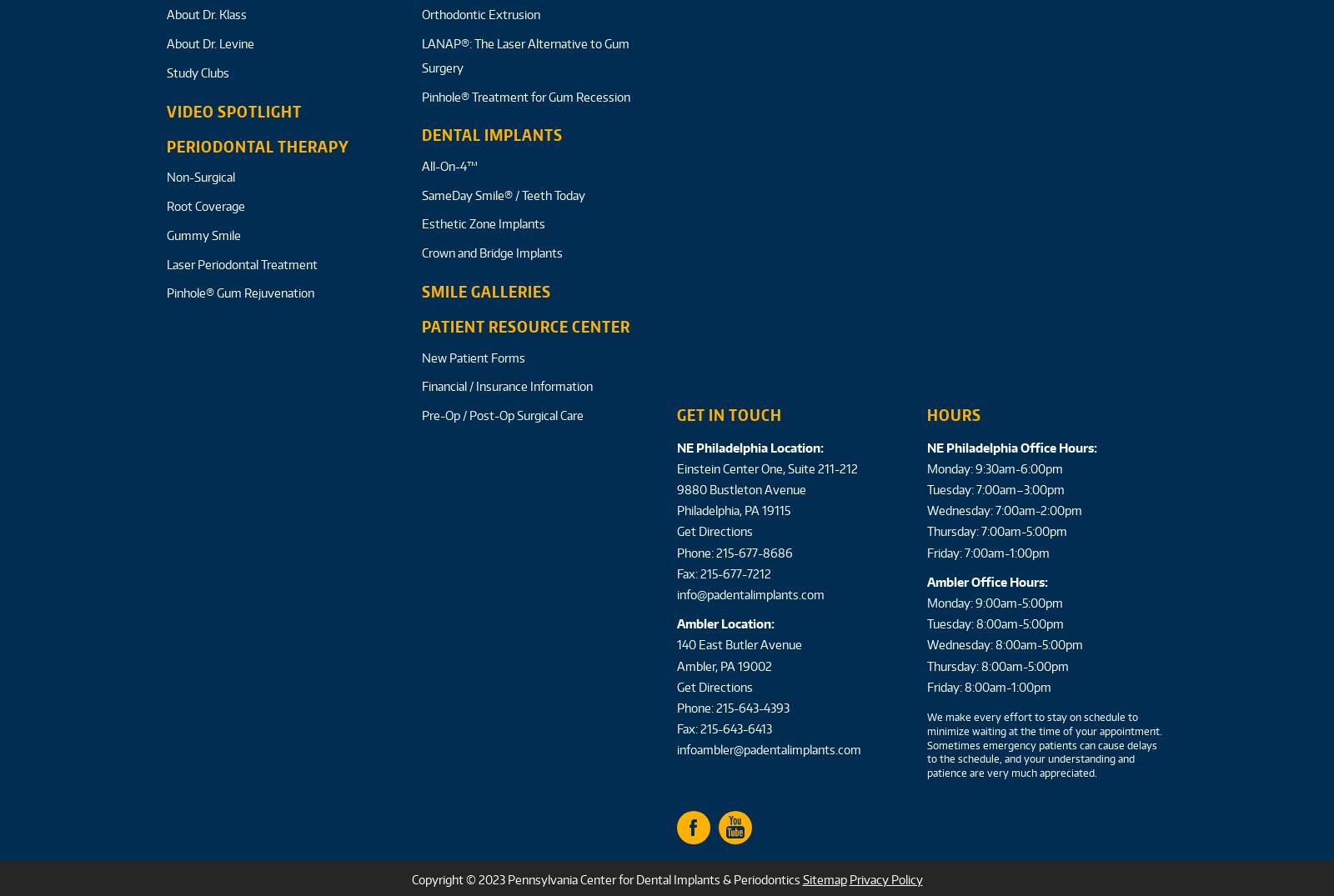 Image resolution: width=1334 pixels, height=896 pixels. Describe the element at coordinates (166, 263) in the screenshot. I see `'Laser Periodontal Treatment'` at that location.